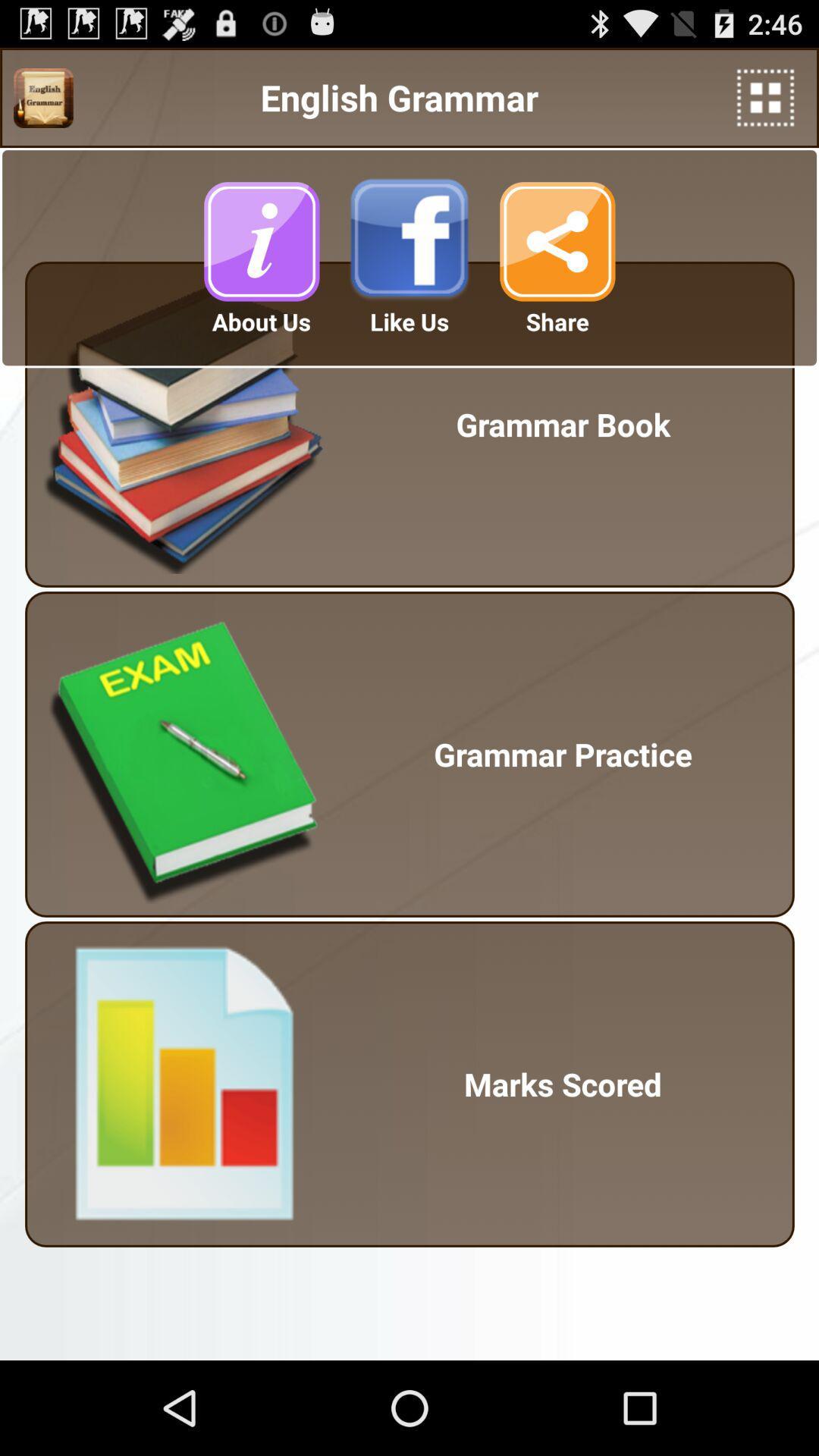  What do you see at coordinates (409, 240) in the screenshot?
I see `visit facebook page` at bounding box center [409, 240].